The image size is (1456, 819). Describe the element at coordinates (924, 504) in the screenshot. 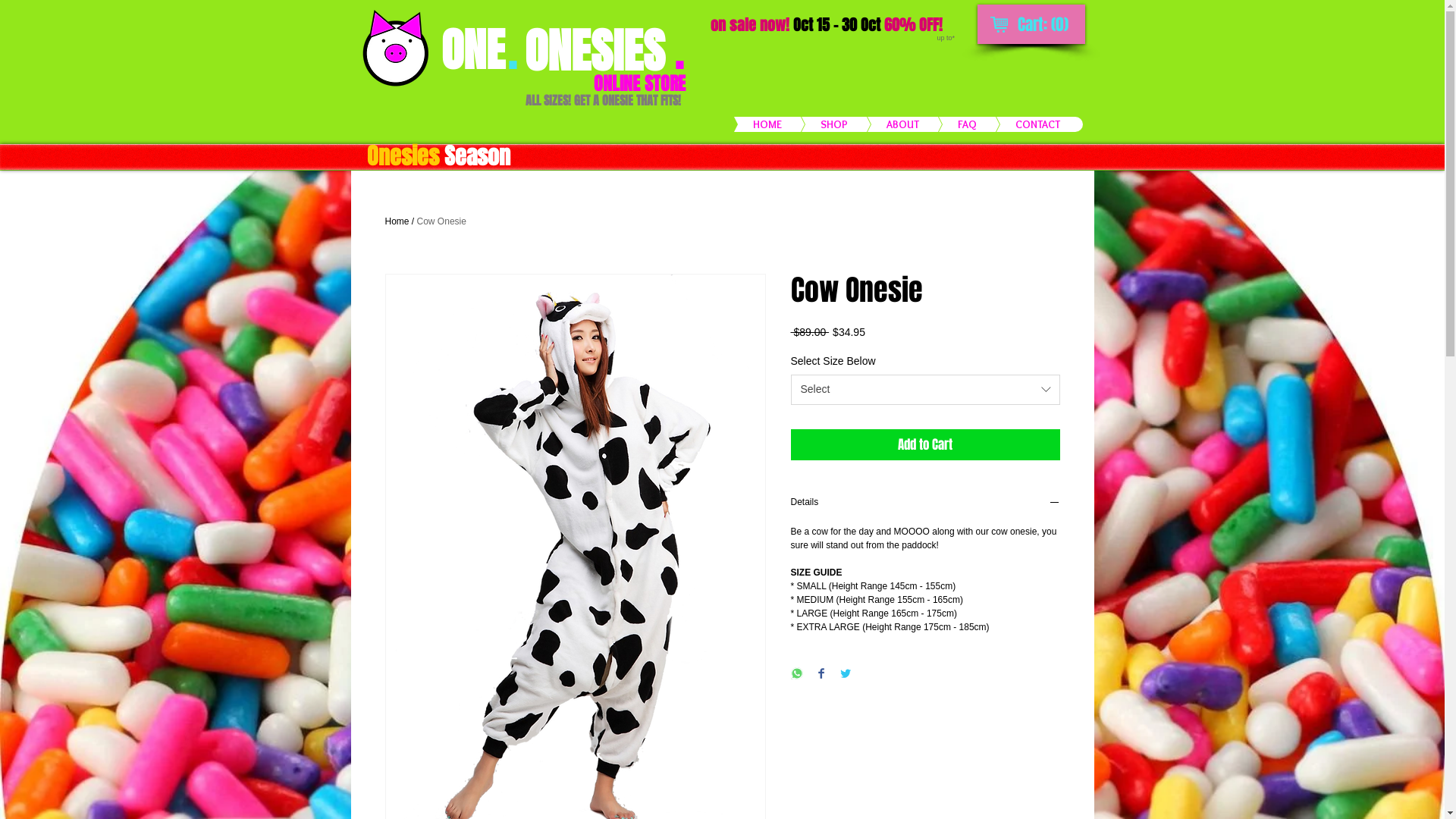

I see `'Details'` at that location.